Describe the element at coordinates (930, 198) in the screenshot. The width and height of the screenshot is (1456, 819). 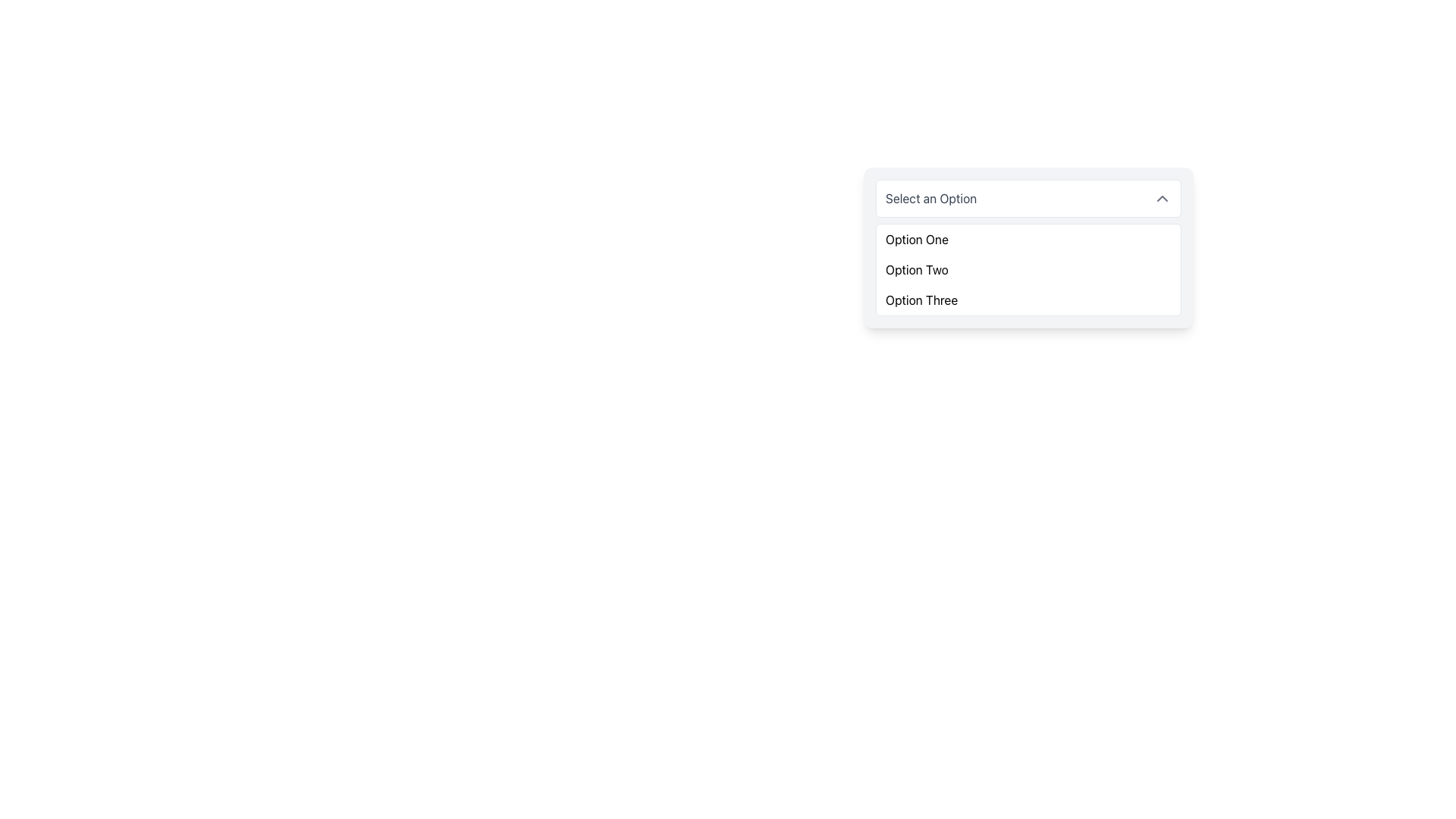
I see `the static text label displaying 'Select an Option' which is located within a dropdown menu header on the left side of a chevron-down icon` at that location.